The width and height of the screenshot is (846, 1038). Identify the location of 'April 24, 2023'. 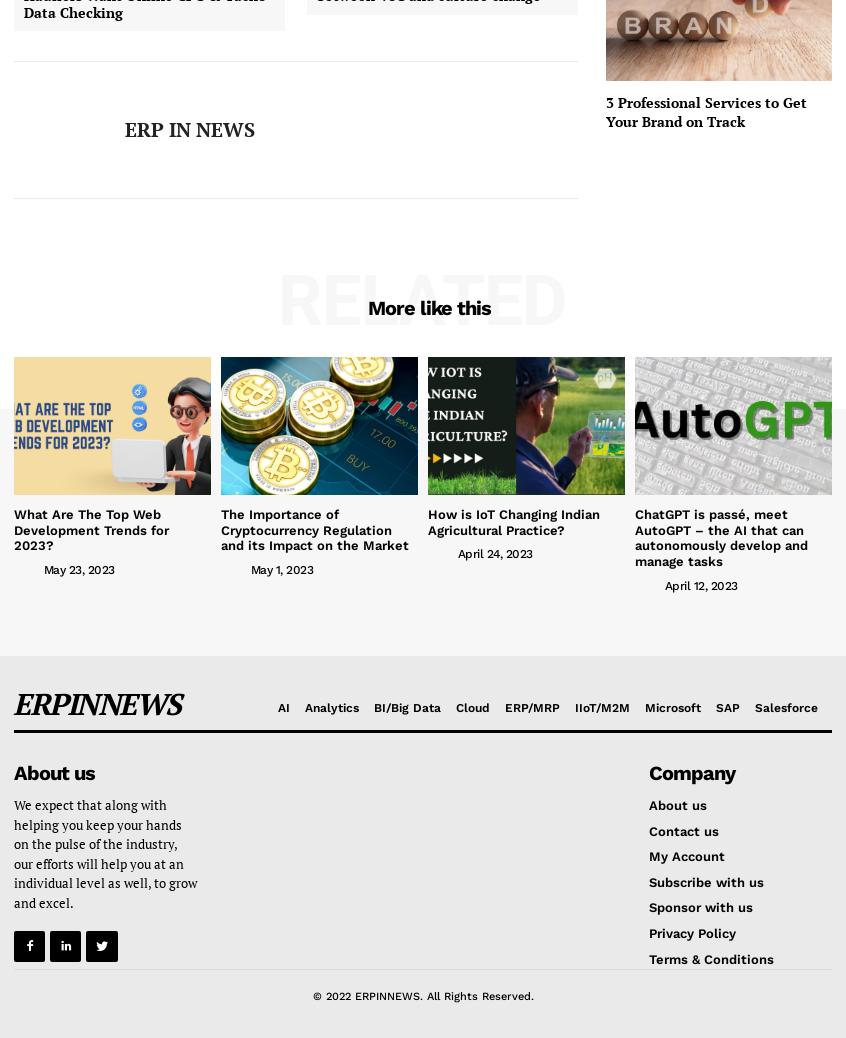
(494, 552).